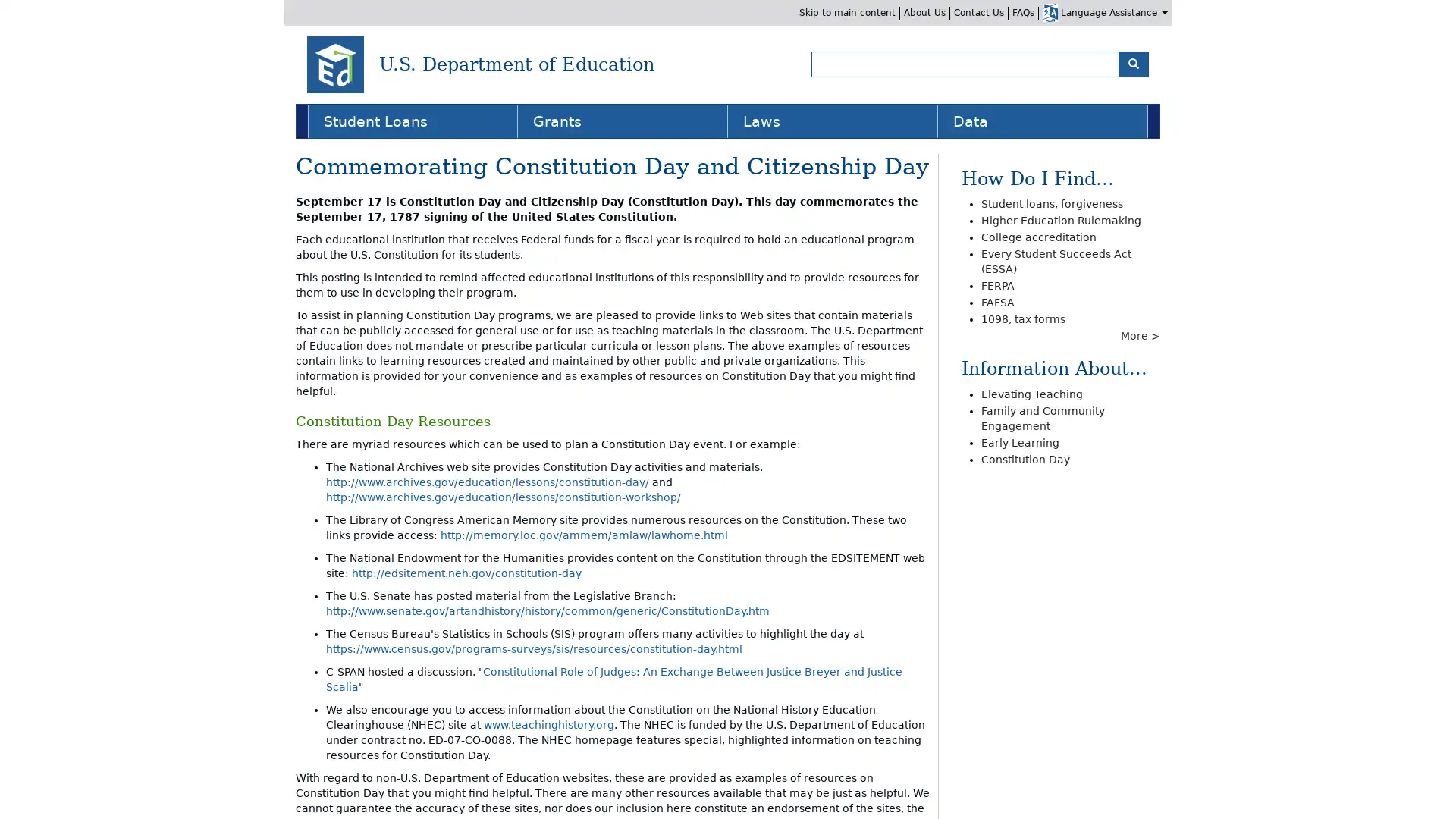 The height and width of the screenshot is (819, 1456). I want to click on Search, so click(1133, 63).